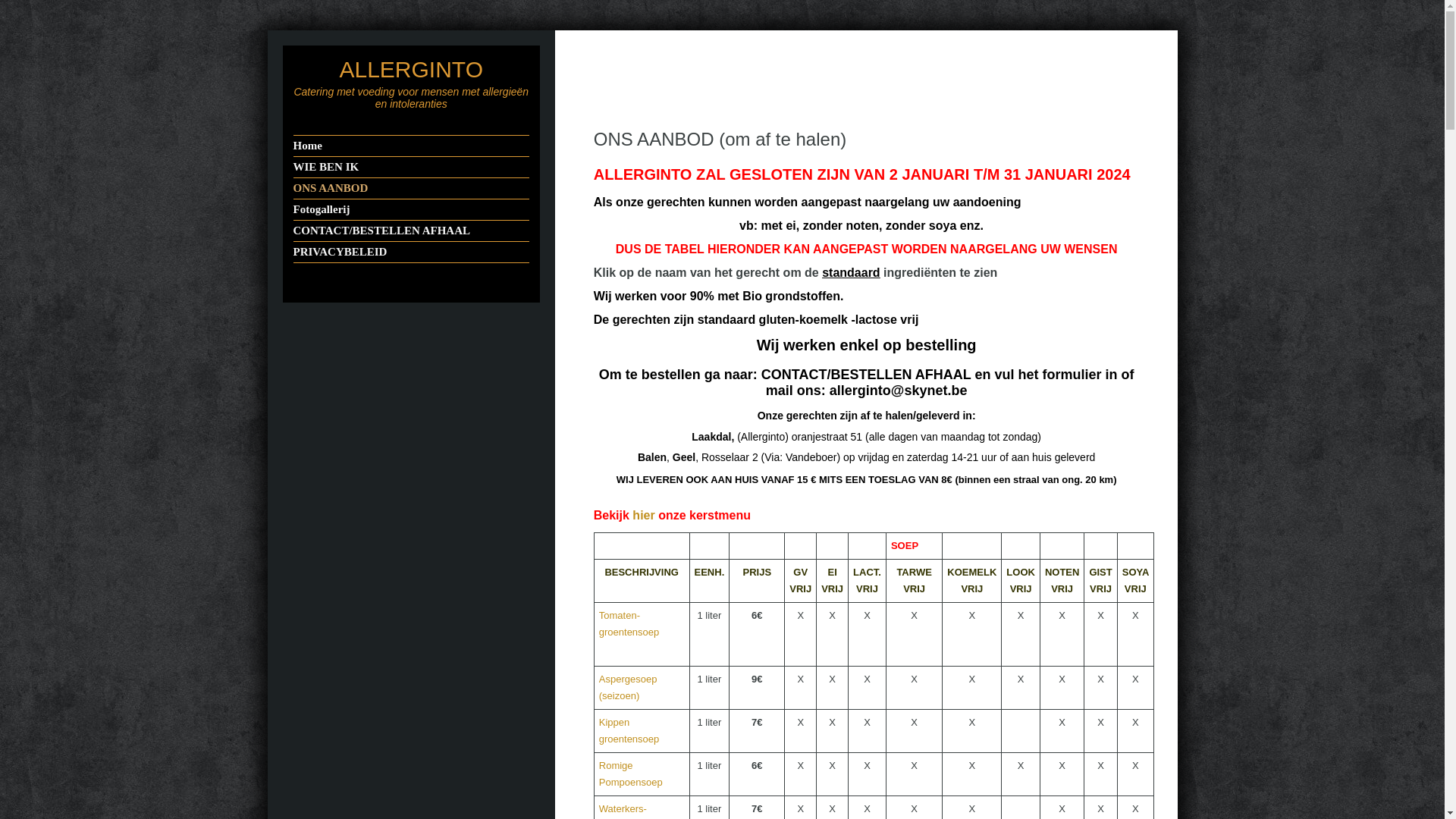 The width and height of the screenshot is (1456, 819). I want to click on 'WIE BEN IK', so click(410, 167).